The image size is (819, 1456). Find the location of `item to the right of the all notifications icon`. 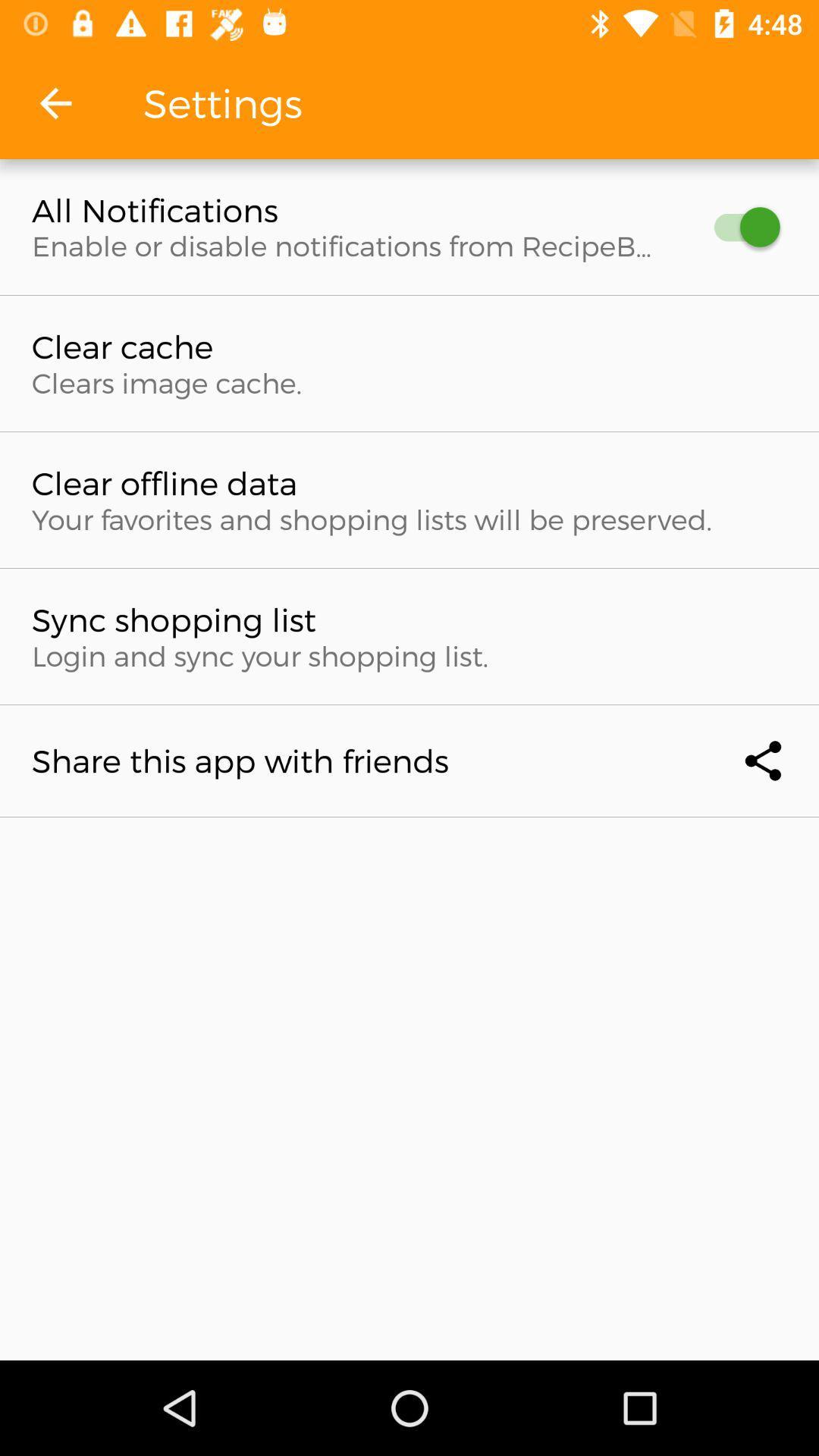

item to the right of the all notifications icon is located at coordinates (739, 226).